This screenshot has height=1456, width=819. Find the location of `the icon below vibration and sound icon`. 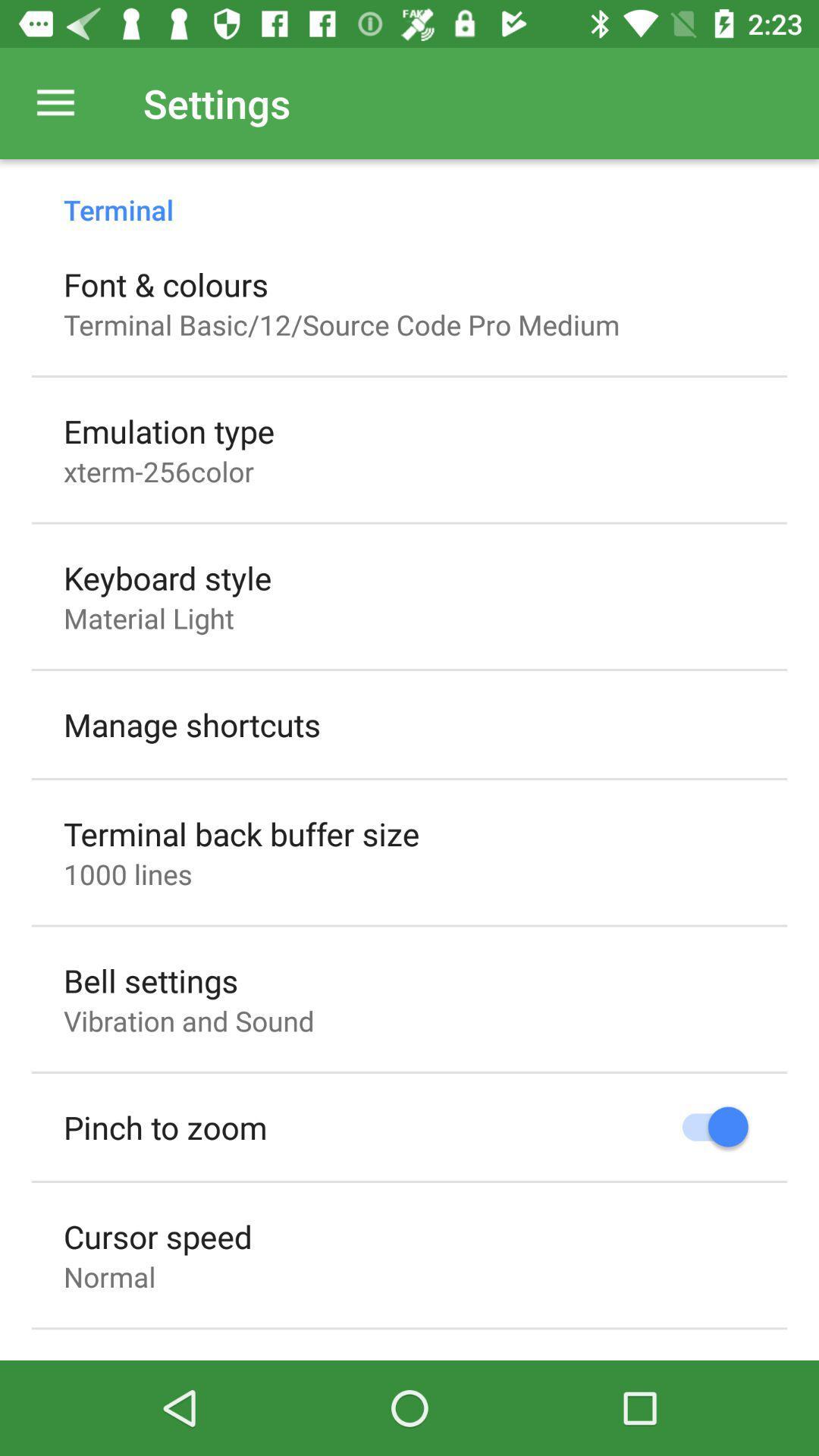

the icon below vibration and sound icon is located at coordinates (165, 1127).